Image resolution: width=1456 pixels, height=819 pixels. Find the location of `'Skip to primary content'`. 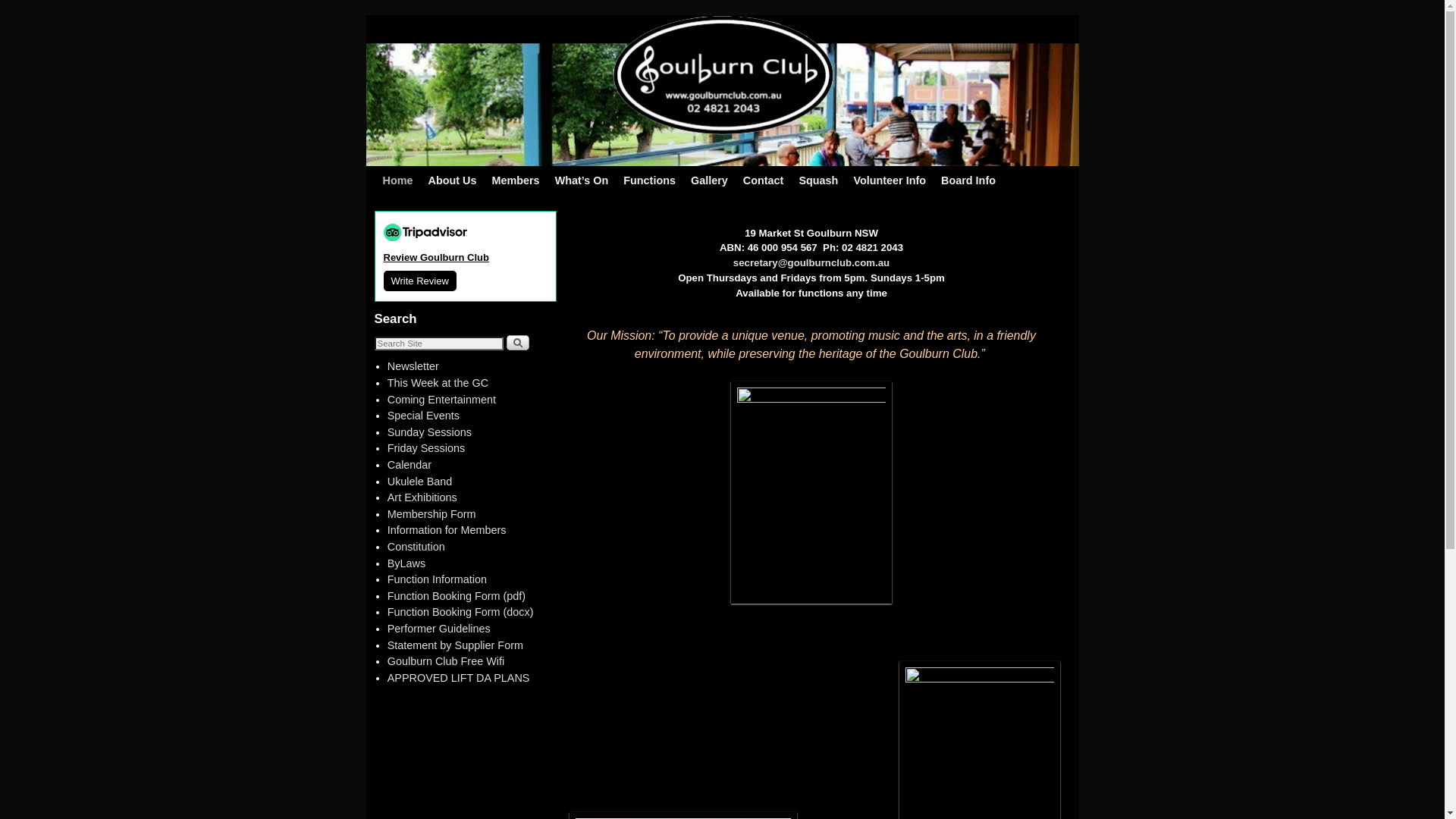

'Skip to primary content' is located at coordinates (365, 171).